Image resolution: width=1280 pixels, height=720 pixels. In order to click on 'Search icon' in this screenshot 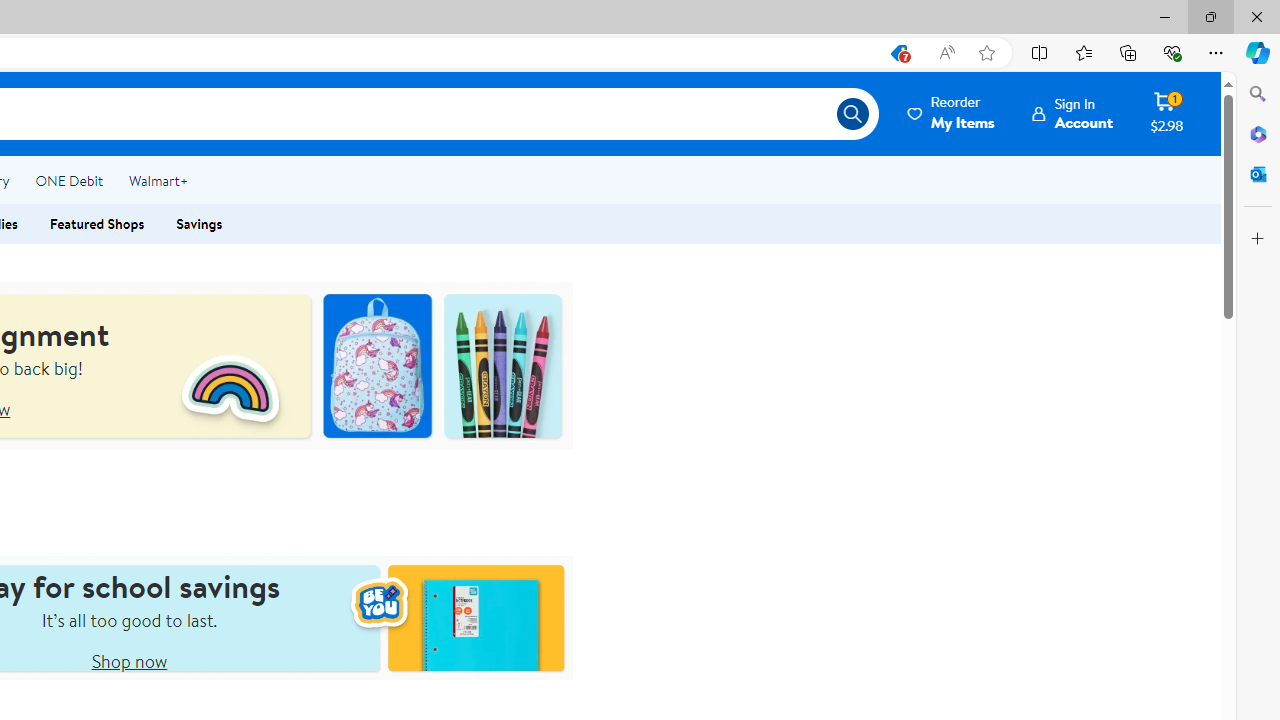, I will do `click(852, 114)`.